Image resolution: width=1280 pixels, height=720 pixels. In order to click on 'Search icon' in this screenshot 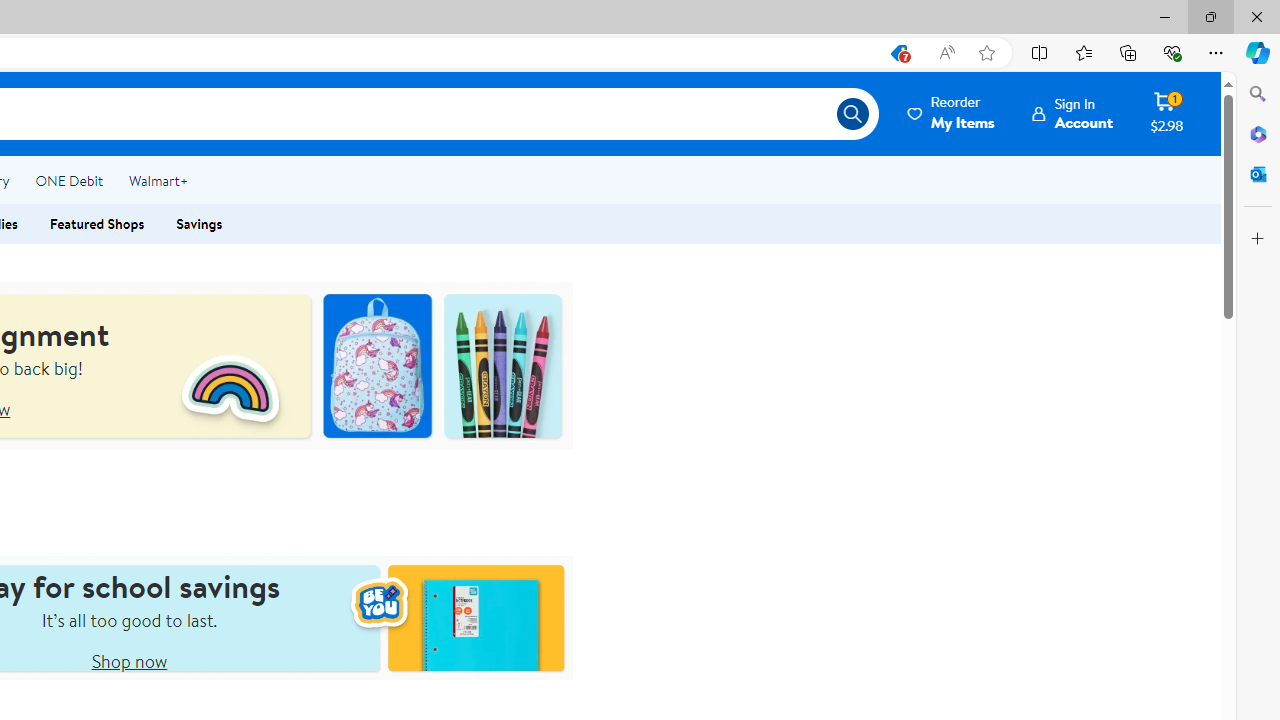, I will do `click(852, 114)`.